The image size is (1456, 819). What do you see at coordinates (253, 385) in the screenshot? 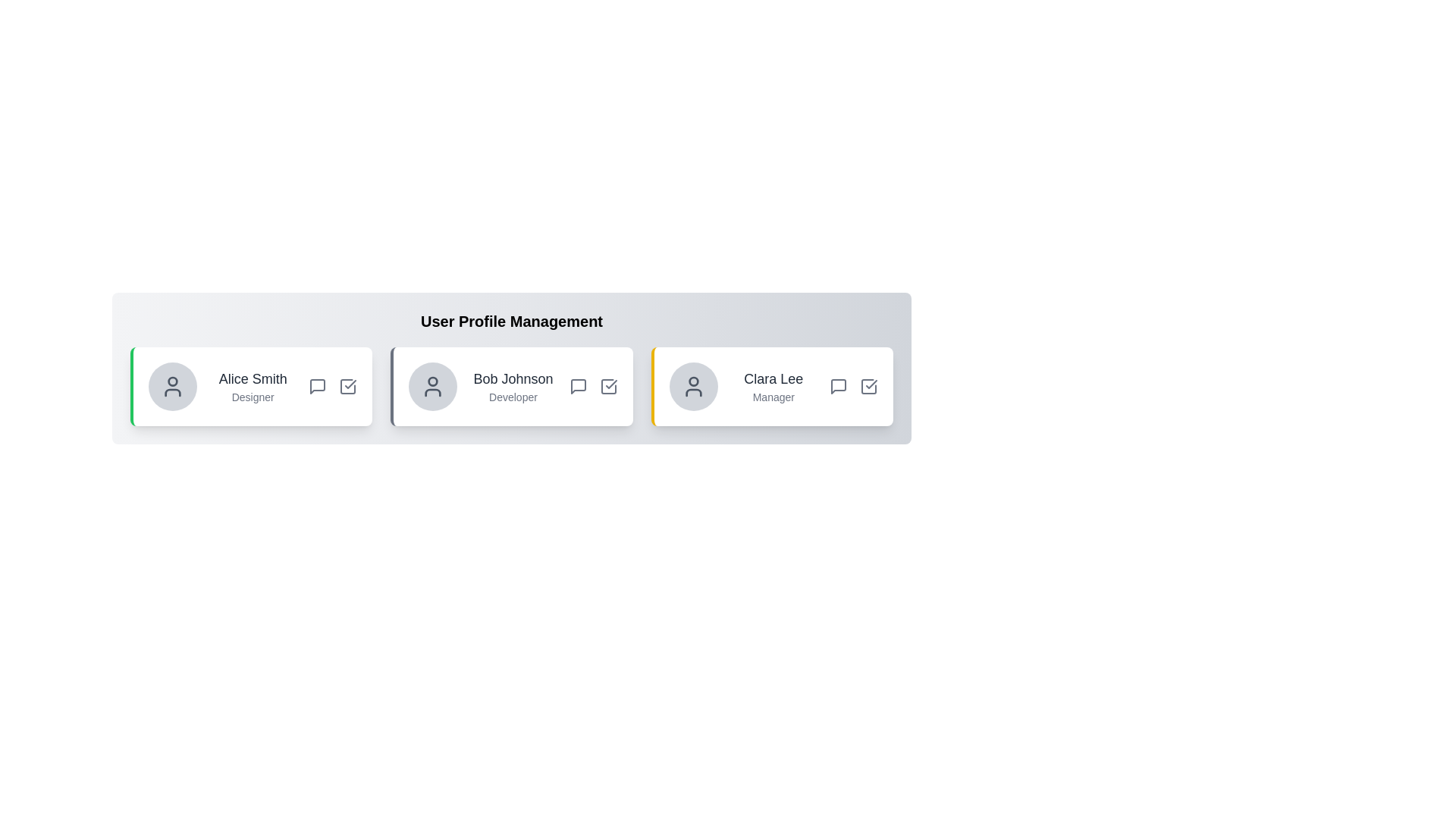
I see `text label that identifies the user's name and role, located in the first user profile card, centrally positioned within the card to the right of the avatar image` at bounding box center [253, 385].